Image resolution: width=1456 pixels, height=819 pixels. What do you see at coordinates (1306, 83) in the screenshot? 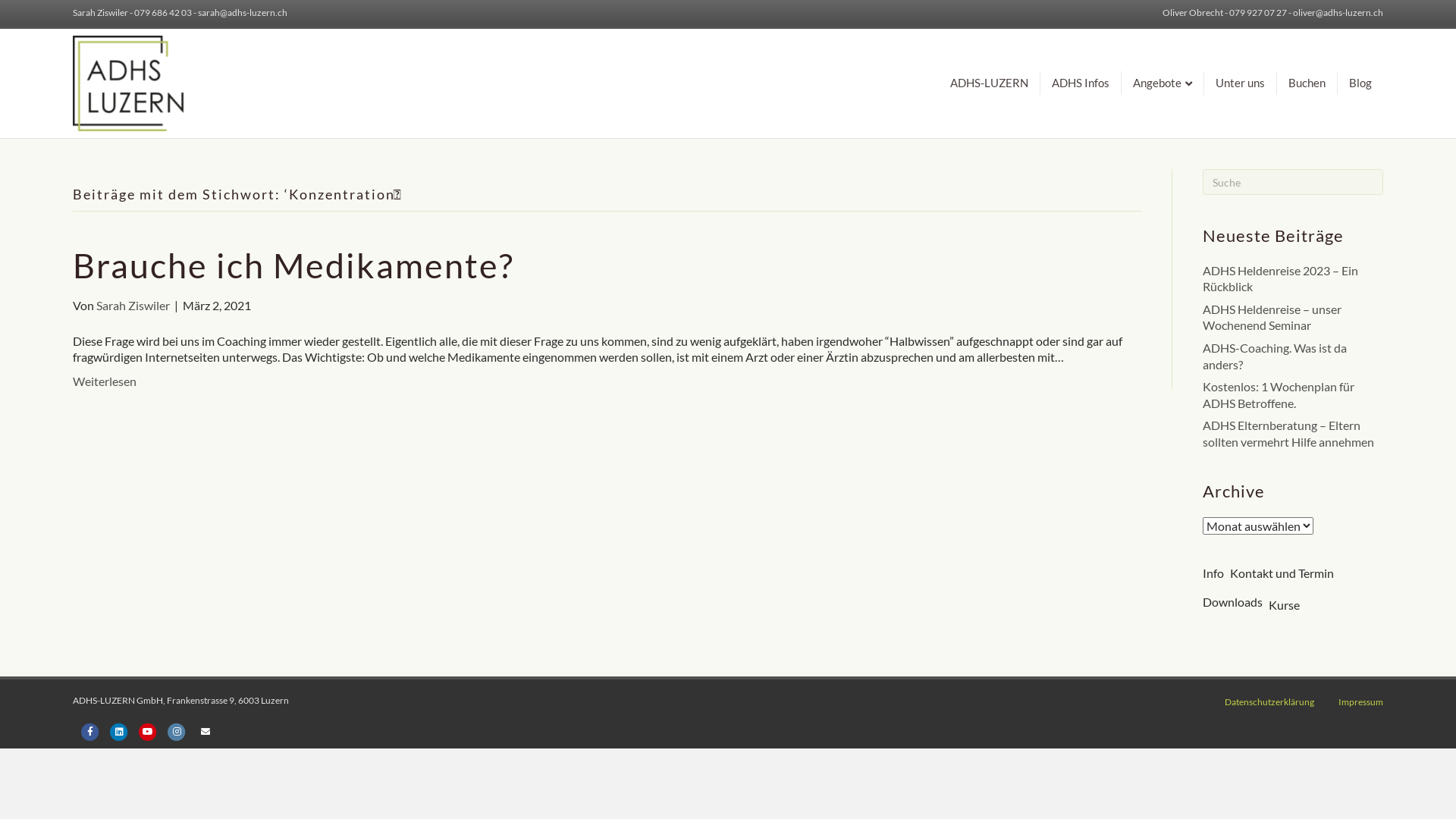
I see `'Buchen'` at bounding box center [1306, 83].